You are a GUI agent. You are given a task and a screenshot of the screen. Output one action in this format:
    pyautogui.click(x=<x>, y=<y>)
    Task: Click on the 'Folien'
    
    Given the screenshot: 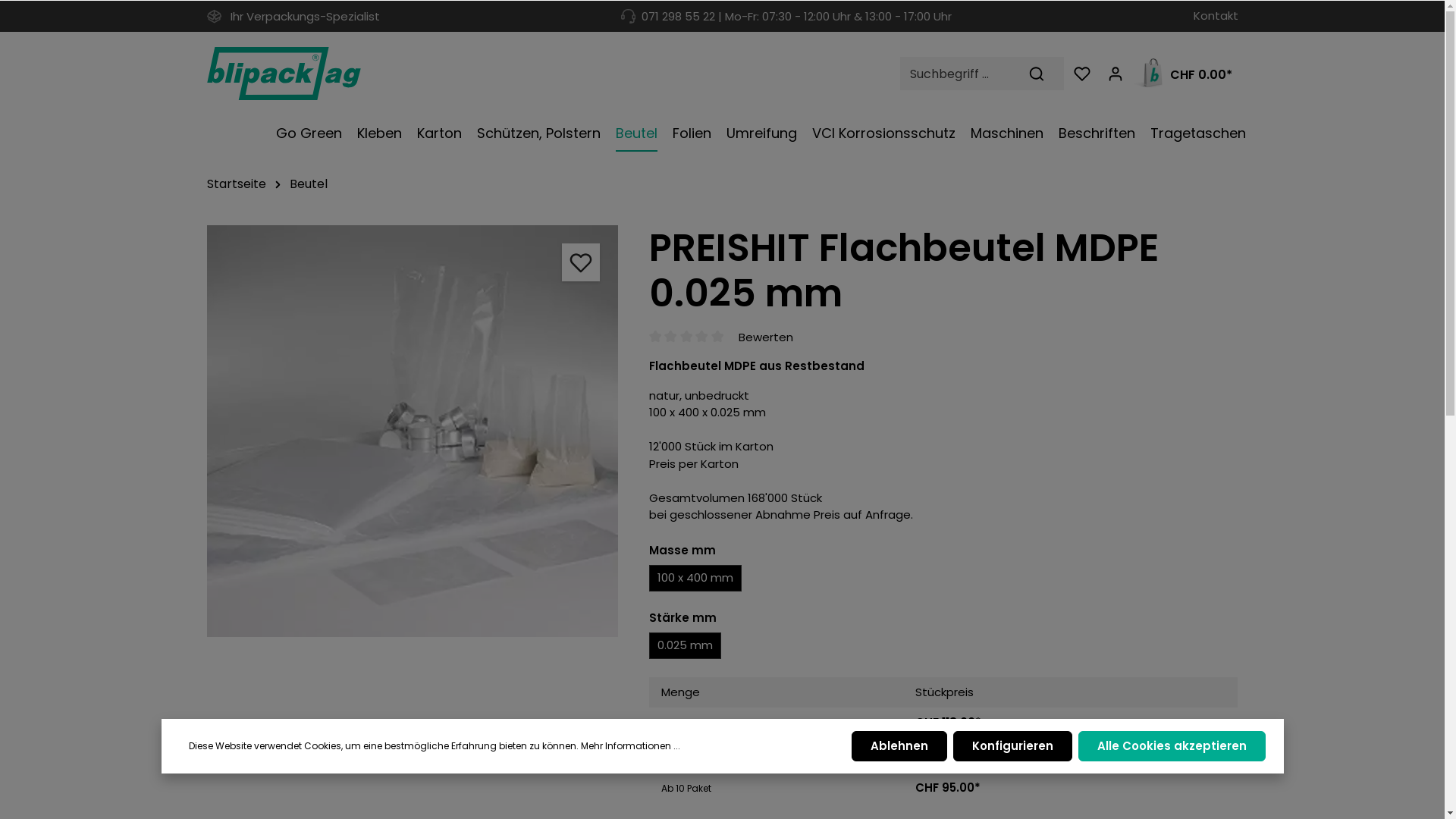 What is the action you would take?
    pyautogui.click(x=690, y=133)
    